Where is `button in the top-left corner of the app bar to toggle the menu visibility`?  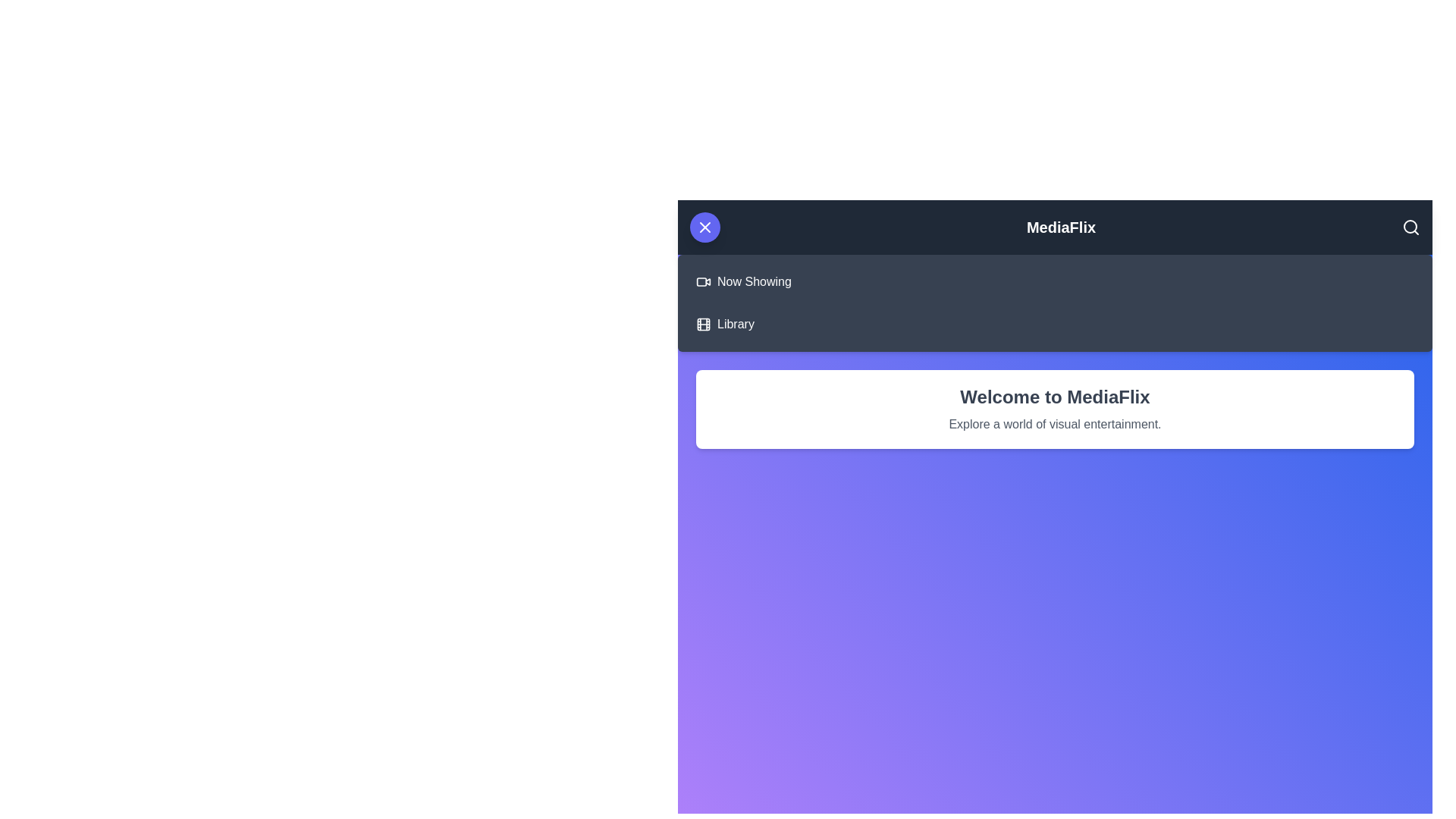
button in the top-left corner of the app bar to toggle the menu visibility is located at coordinates (704, 227).